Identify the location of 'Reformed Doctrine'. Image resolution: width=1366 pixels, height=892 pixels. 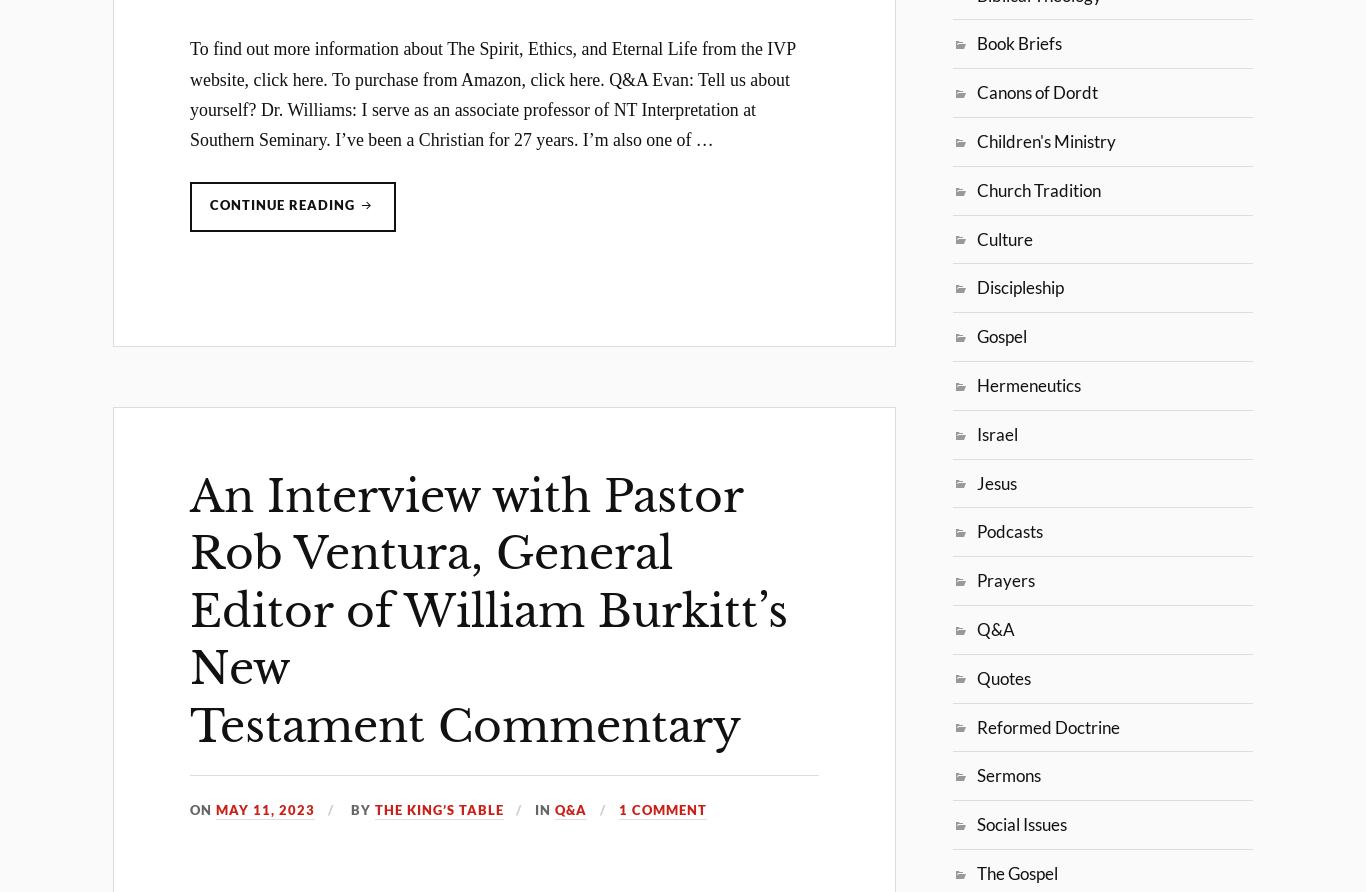
(1047, 726).